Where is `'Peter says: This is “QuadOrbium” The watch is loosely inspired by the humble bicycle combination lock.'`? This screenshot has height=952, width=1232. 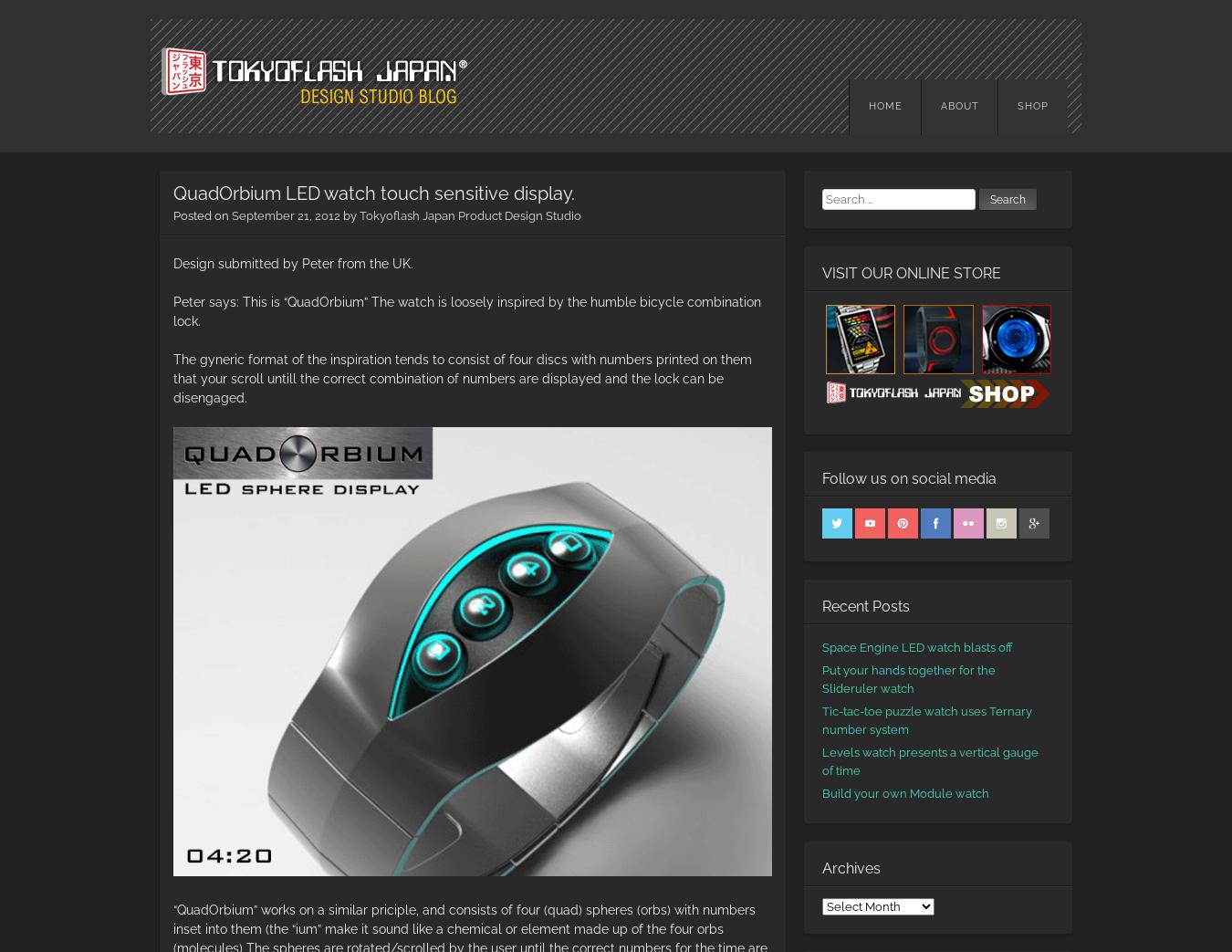
'Peter says: This is “QuadOrbium” The watch is loosely inspired by the humble bicycle combination lock.' is located at coordinates (466, 309).